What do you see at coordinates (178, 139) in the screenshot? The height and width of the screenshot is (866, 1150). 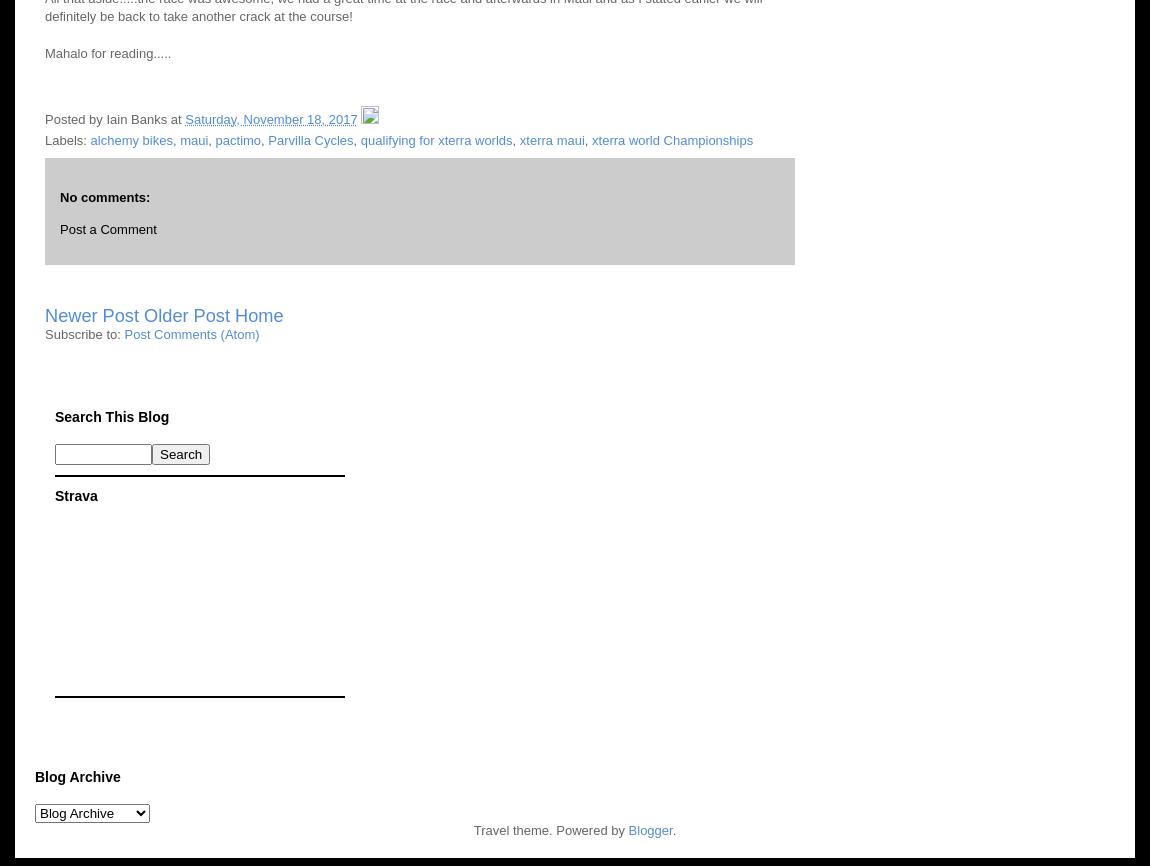 I see `'maui'` at bounding box center [178, 139].